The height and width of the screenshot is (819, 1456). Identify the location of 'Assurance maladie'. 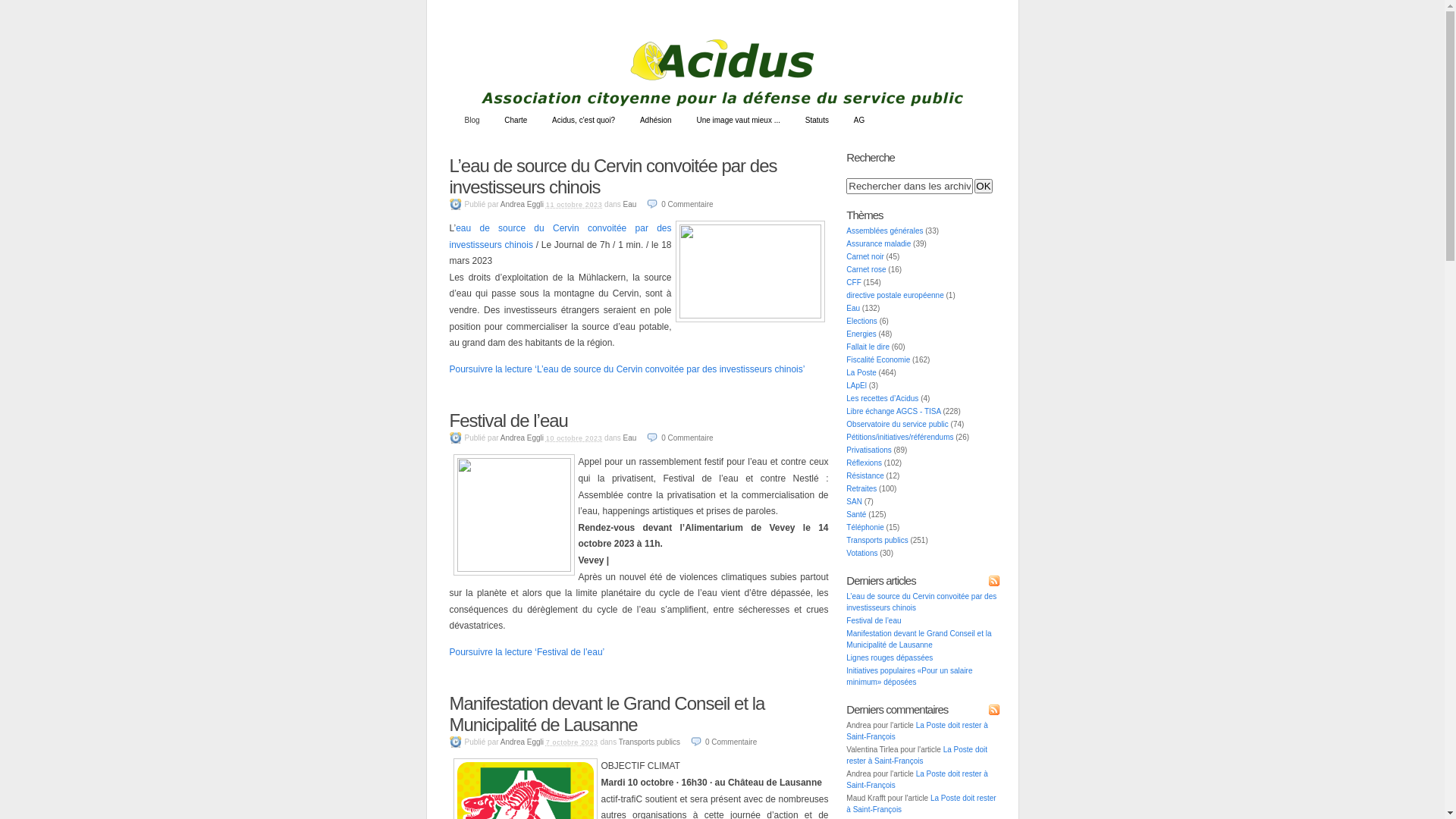
(878, 243).